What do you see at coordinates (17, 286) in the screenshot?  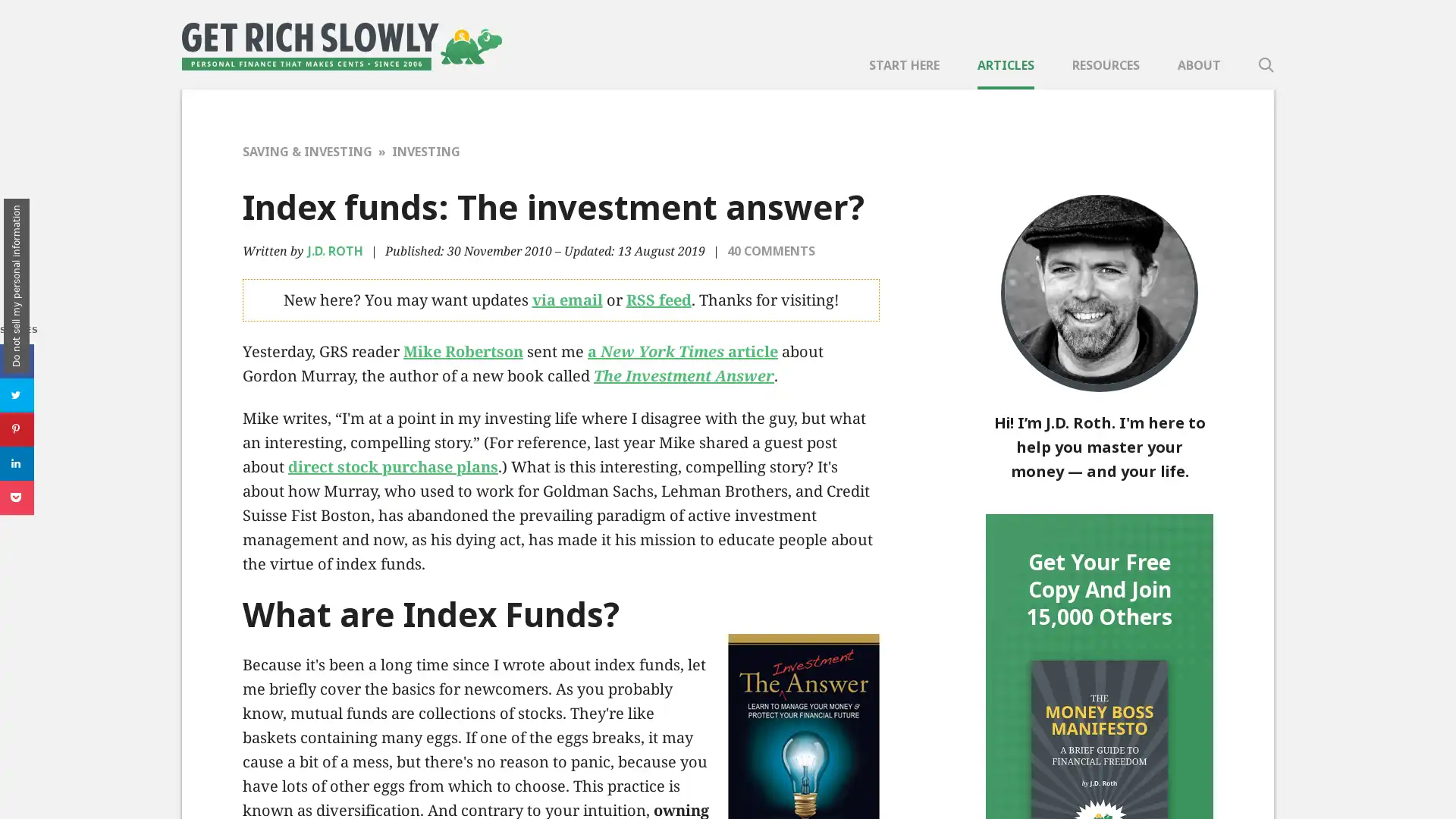 I see `Do not sell my personal information` at bounding box center [17, 286].